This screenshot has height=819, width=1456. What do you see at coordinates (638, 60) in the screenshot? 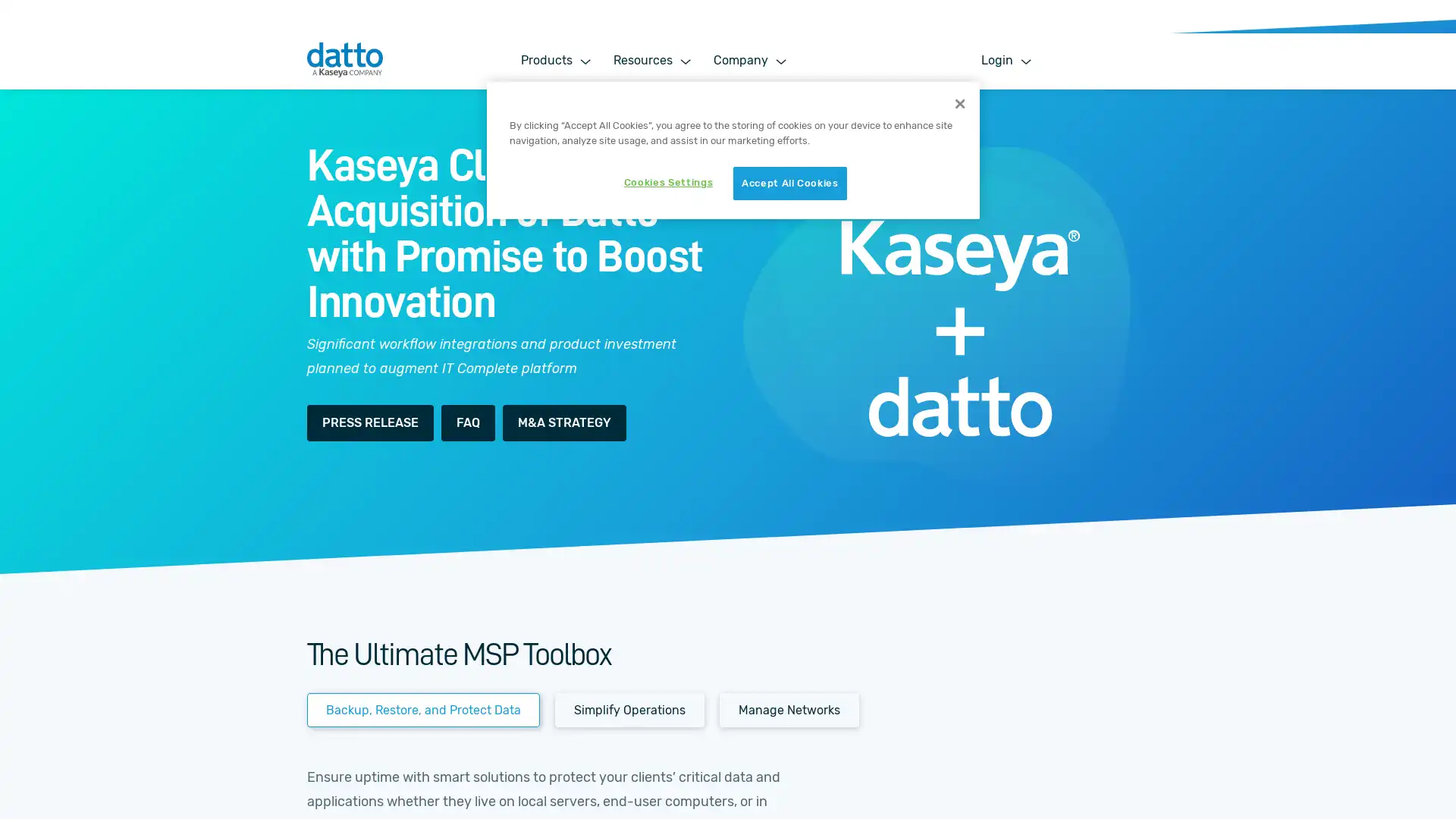
I see `Resources` at bounding box center [638, 60].